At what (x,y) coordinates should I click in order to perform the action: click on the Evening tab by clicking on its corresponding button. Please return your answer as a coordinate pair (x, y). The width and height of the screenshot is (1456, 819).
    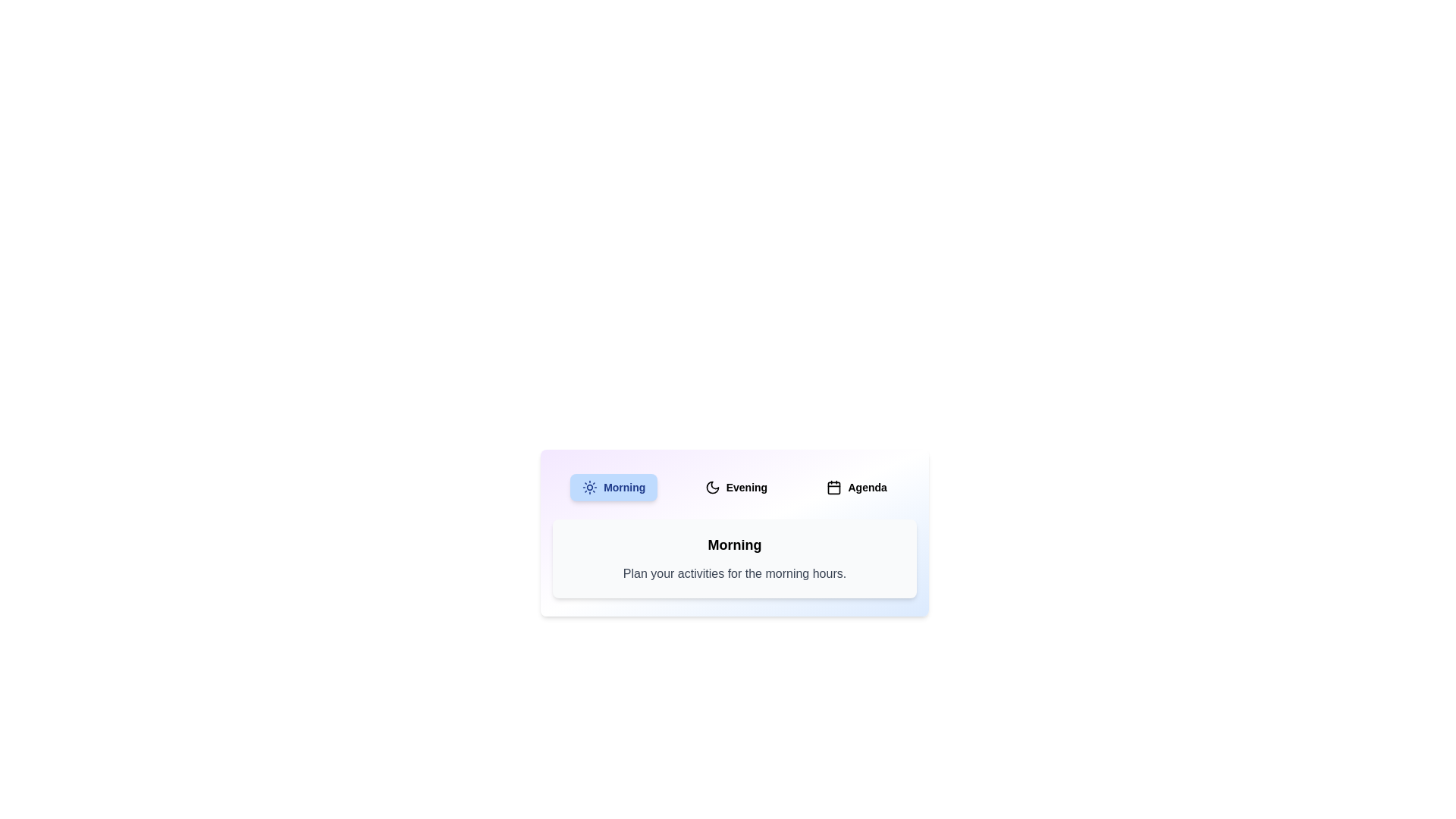
    Looking at the image, I should click on (735, 488).